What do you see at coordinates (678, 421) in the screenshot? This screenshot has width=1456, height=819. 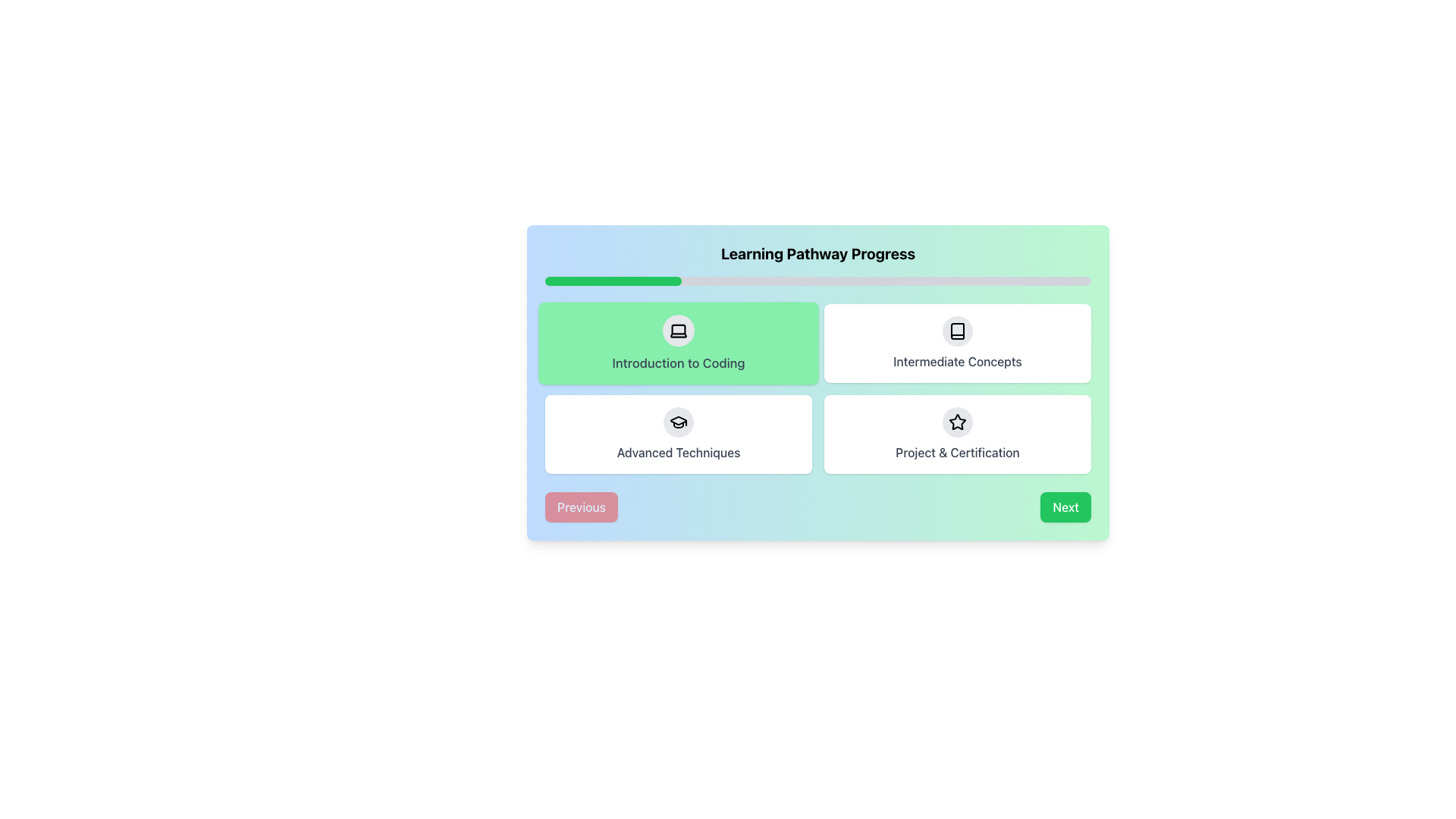 I see `the SVG icon representing 'Advanced Techniques' located in the bottom-left quadrant of the interface` at bounding box center [678, 421].